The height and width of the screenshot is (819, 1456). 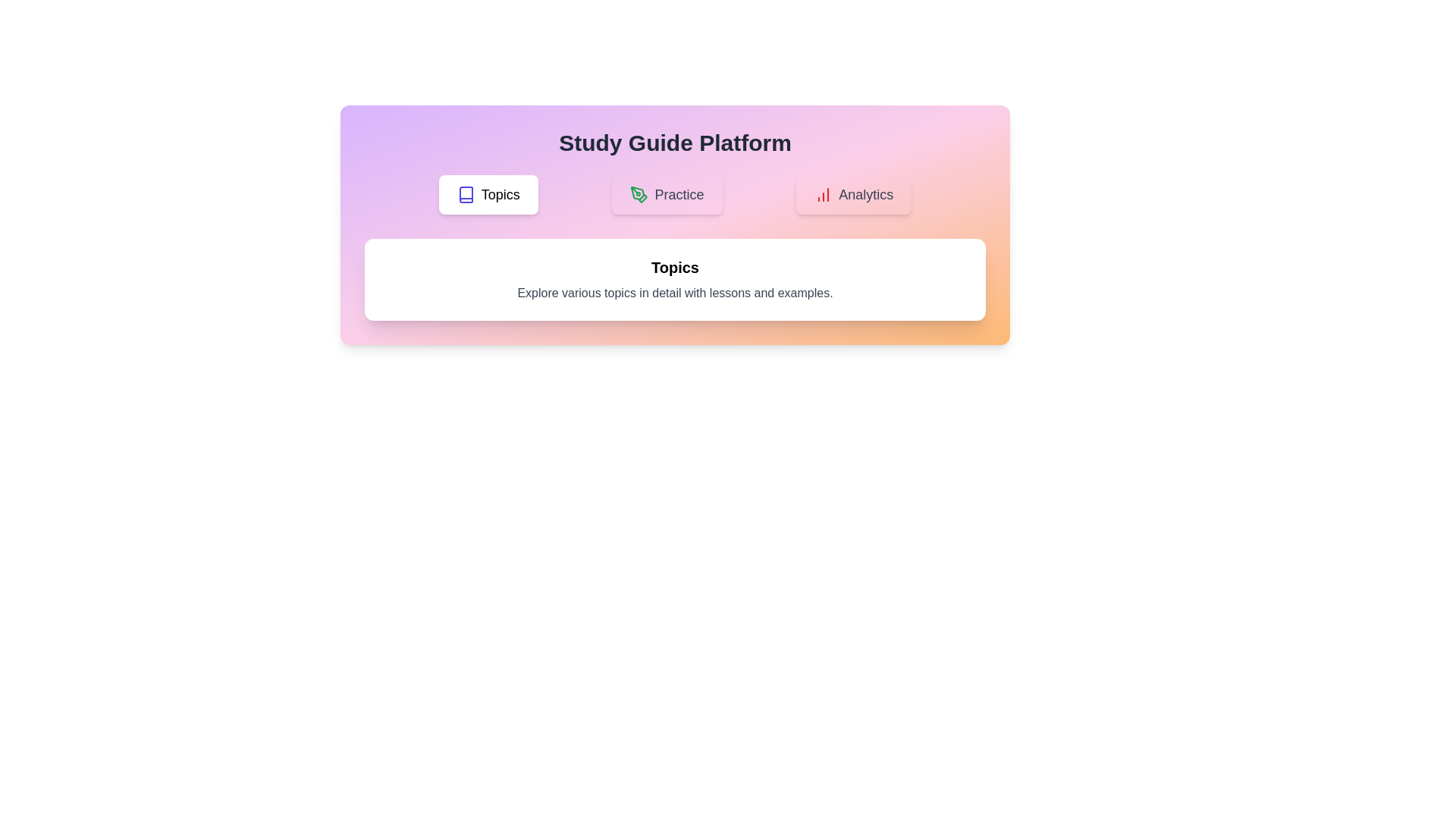 What do you see at coordinates (854, 194) in the screenshot?
I see `the Analytics button to observe its hover effect` at bounding box center [854, 194].